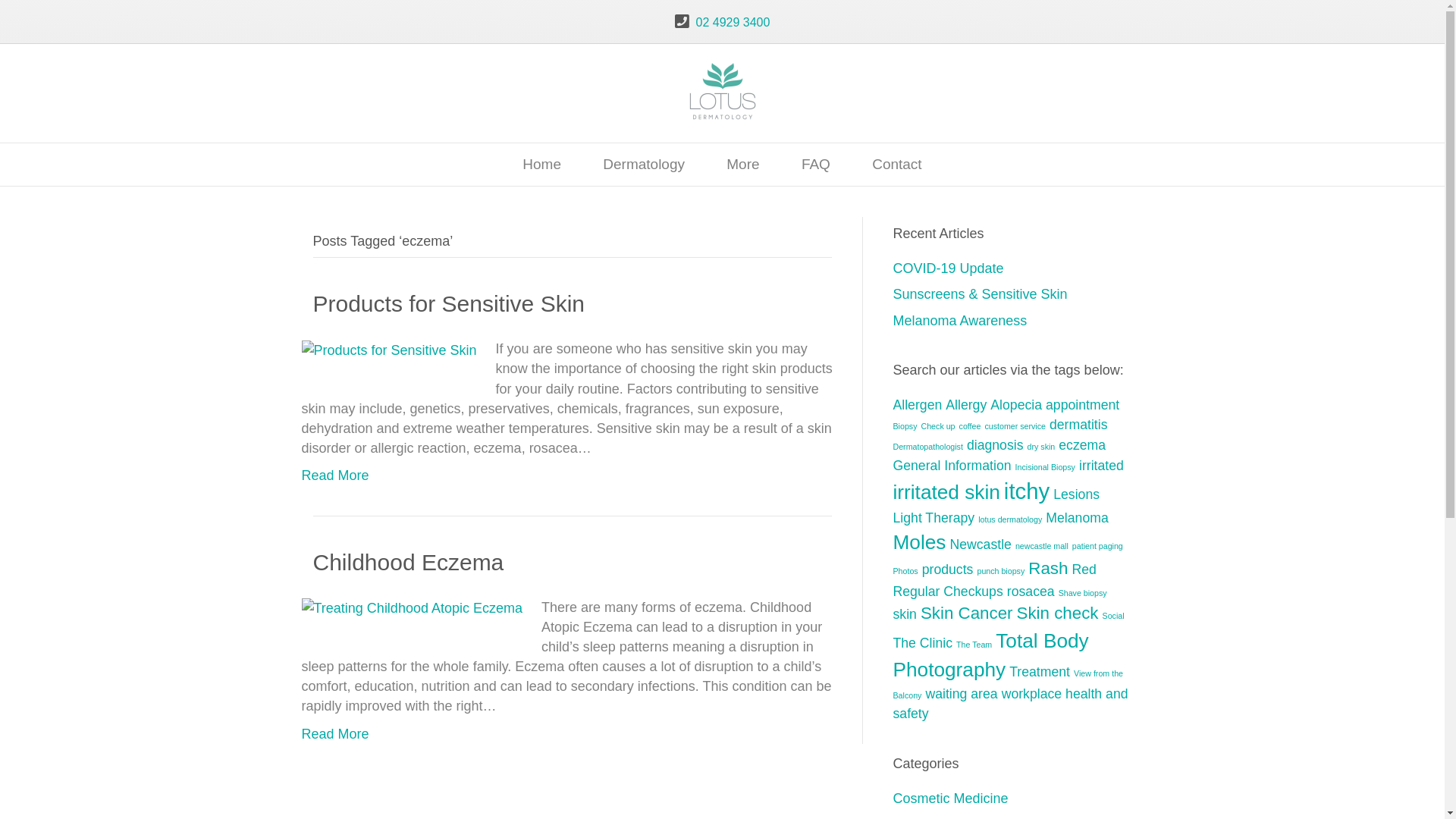 The width and height of the screenshot is (1456, 819). What do you see at coordinates (644, 165) in the screenshot?
I see `'Dermatology'` at bounding box center [644, 165].